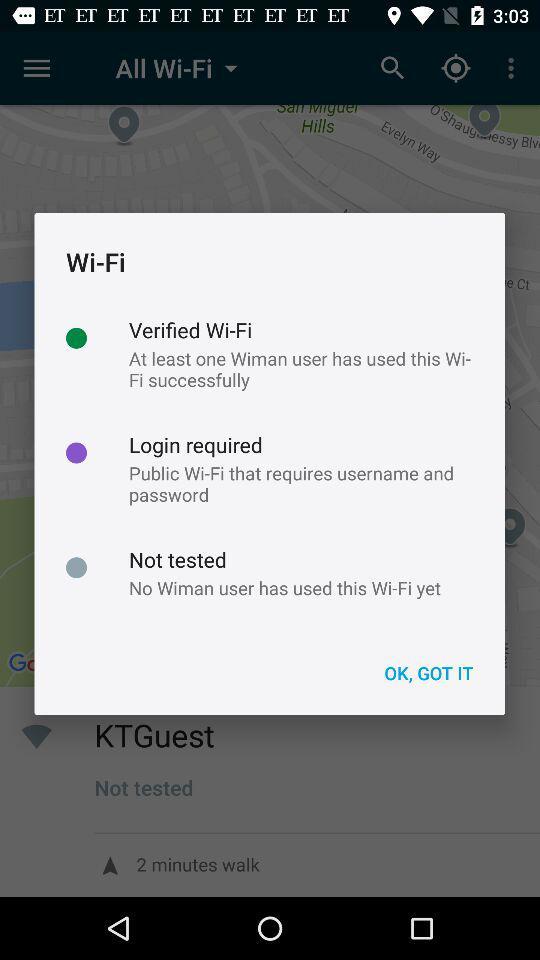  Describe the element at coordinates (427, 673) in the screenshot. I see `the icon below no wiman user` at that location.